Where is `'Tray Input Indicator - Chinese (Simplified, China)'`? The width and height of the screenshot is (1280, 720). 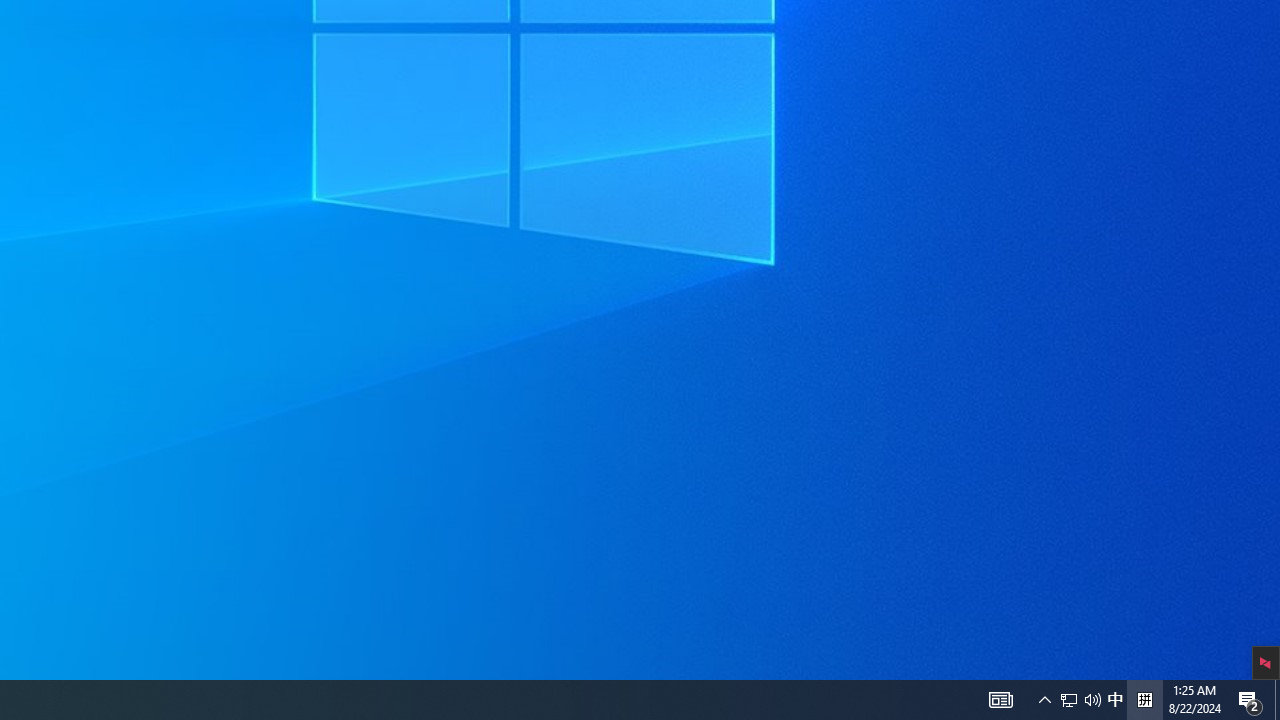 'Tray Input Indicator - Chinese (Simplified, China)' is located at coordinates (1144, 698).